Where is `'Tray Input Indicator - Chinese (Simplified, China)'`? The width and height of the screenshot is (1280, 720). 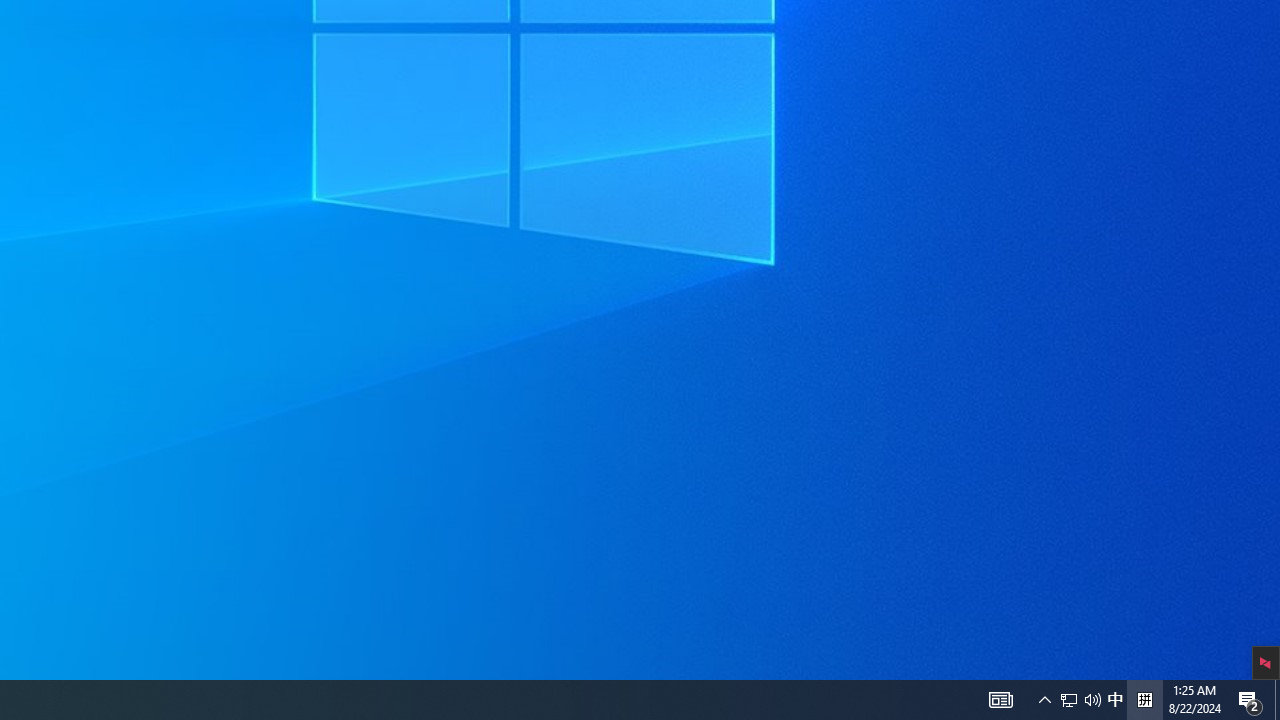 'Tray Input Indicator - Chinese (Simplified, China)' is located at coordinates (1144, 698).